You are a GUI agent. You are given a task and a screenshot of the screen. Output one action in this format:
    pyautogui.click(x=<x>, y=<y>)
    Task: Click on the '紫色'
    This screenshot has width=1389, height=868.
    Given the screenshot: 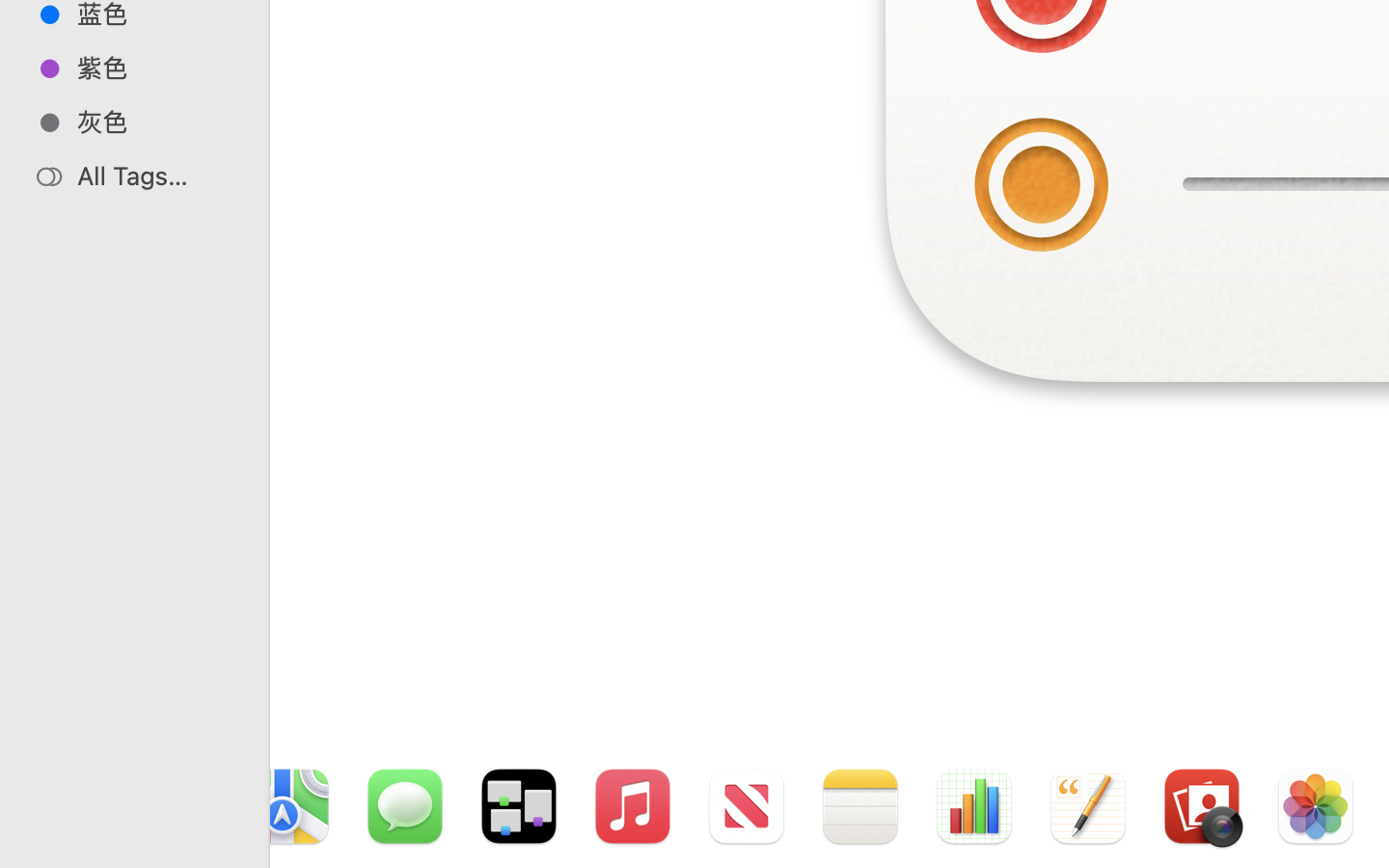 What is the action you would take?
    pyautogui.click(x=153, y=67)
    